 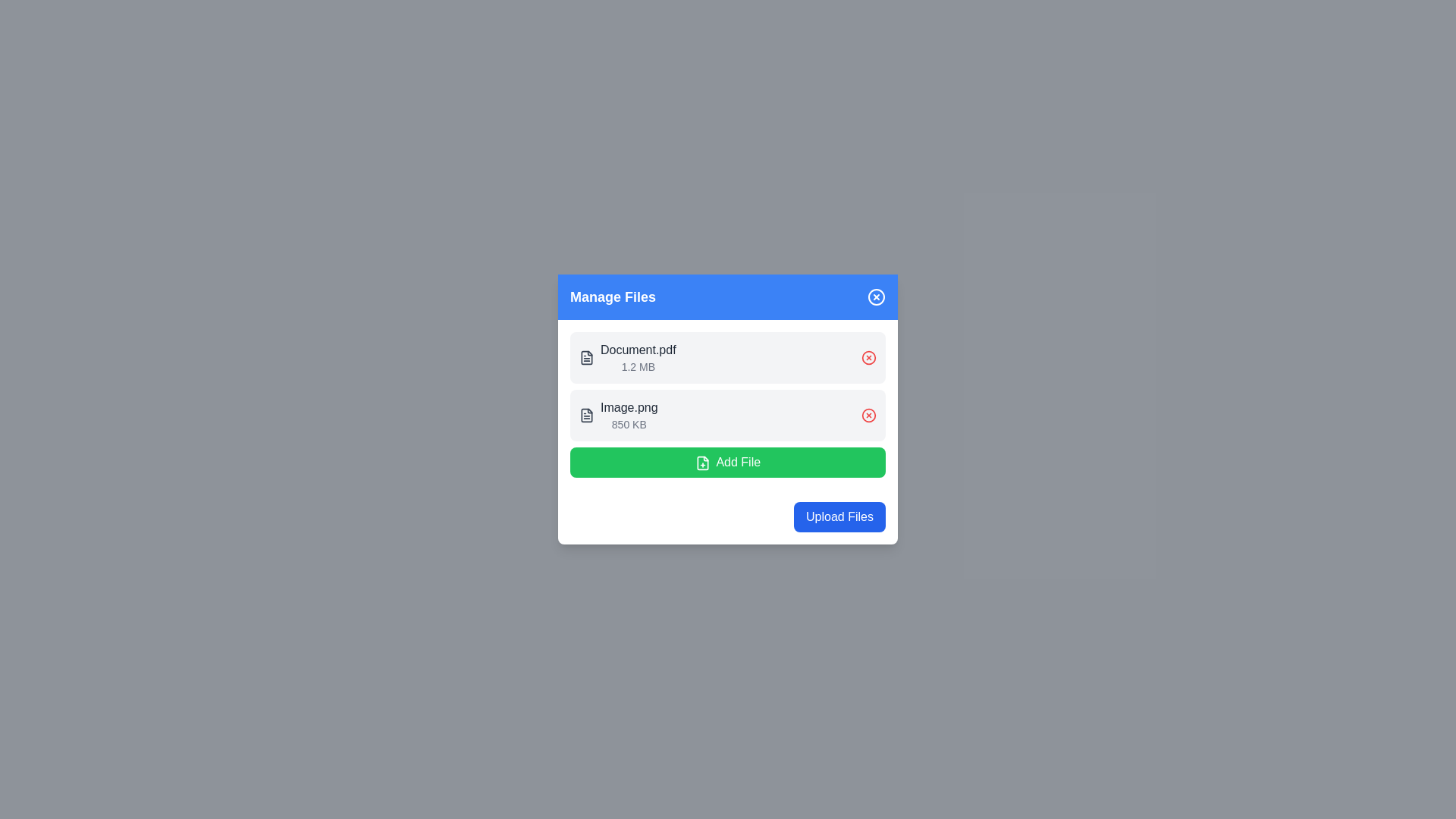 What do you see at coordinates (701, 462) in the screenshot?
I see `the icon resembling a document with a plus sign, styled with a green background, located beside the 'Add File' text within the green button labeled 'Add File' in the 'Manage Files' modal` at bounding box center [701, 462].